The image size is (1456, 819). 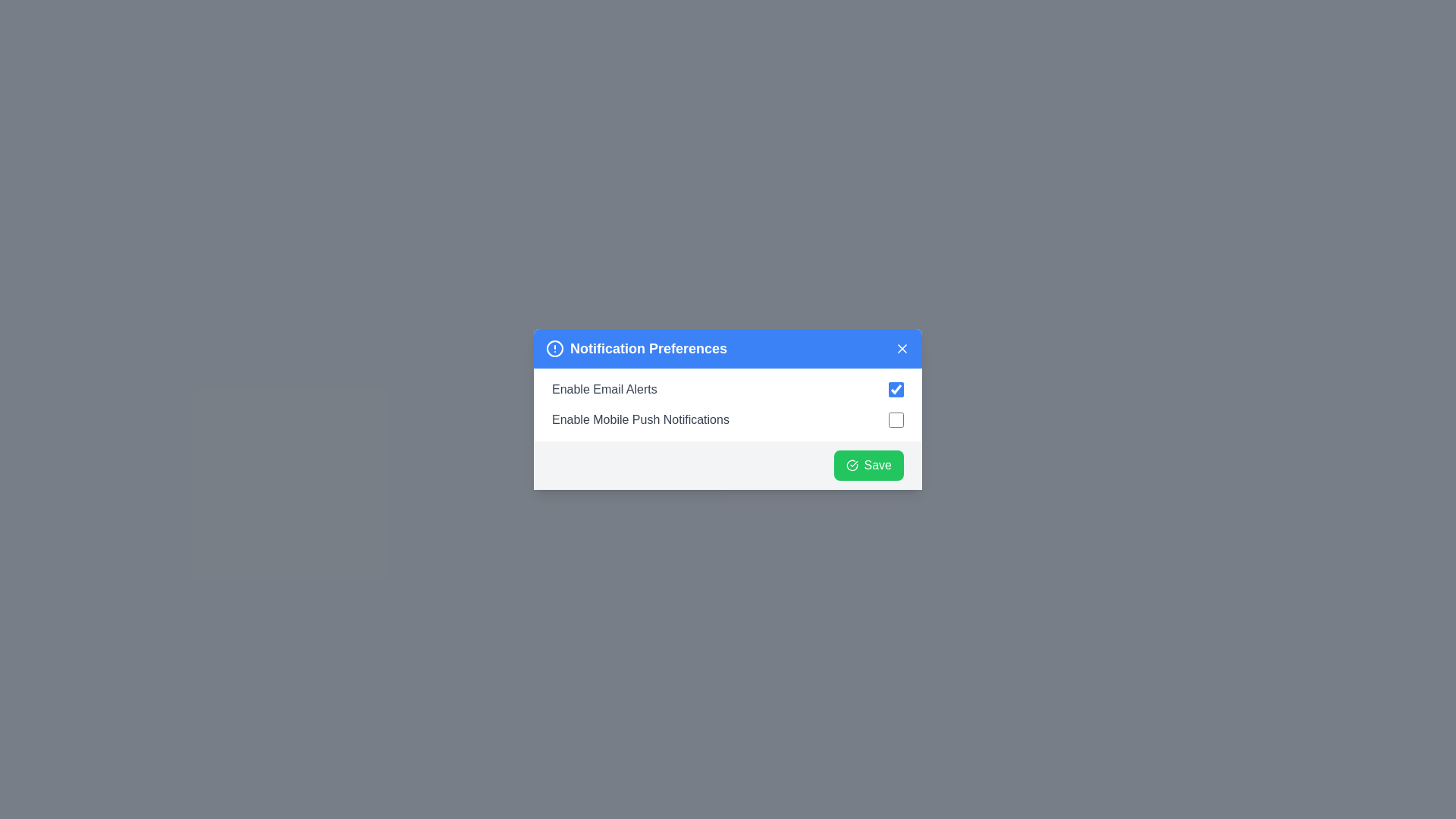 What do you see at coordinates (896, 420) in the screenshot?
I see `the small checkbox with a square shape next to the label 'Enable Mobile Push Notifications'` at bounding box center [896, 420].